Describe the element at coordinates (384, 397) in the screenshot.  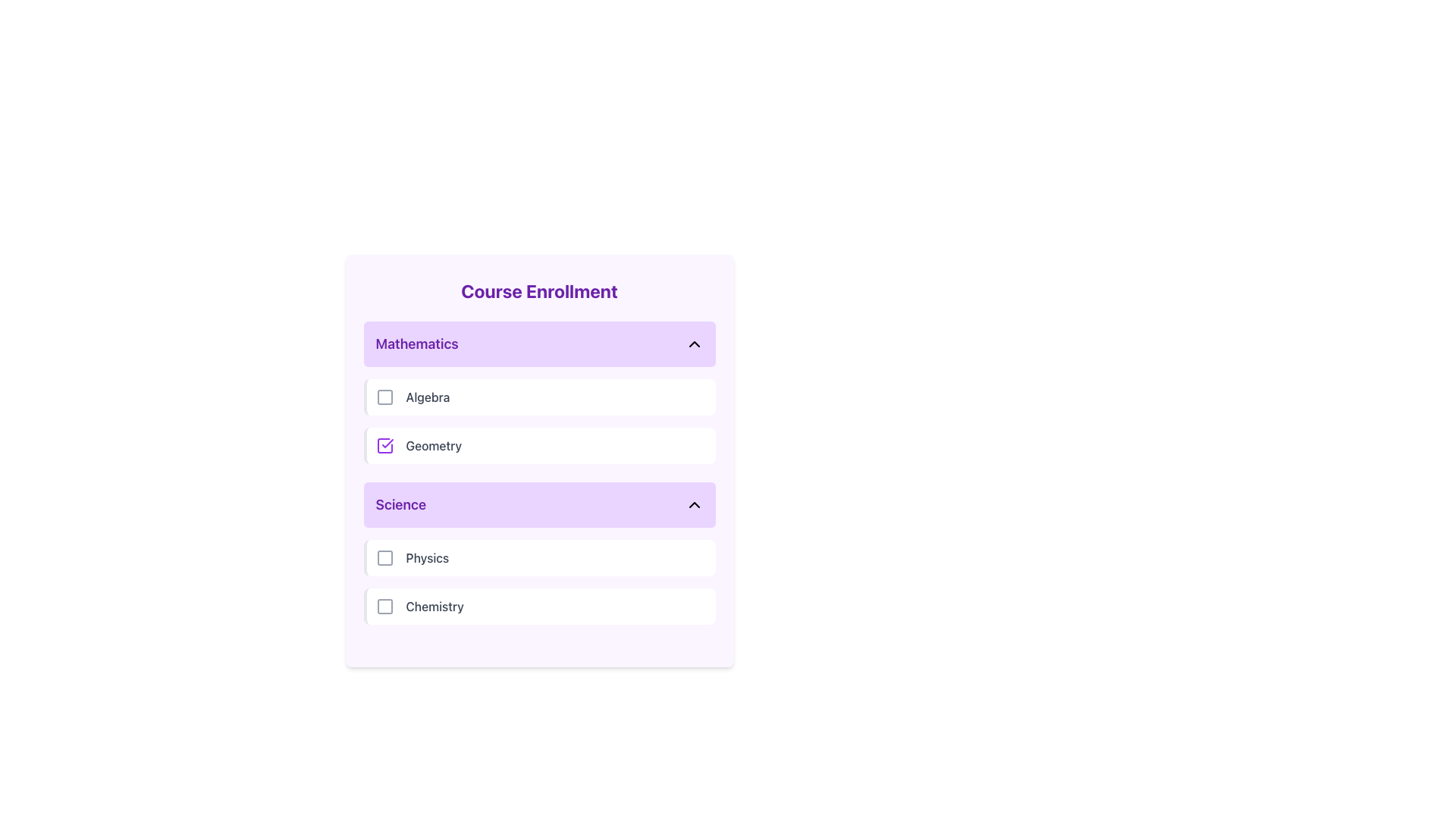
I see `the first icon in the vertical list of course options under the 'Mathematics' section, which indicates 'Algebra'` at that location.